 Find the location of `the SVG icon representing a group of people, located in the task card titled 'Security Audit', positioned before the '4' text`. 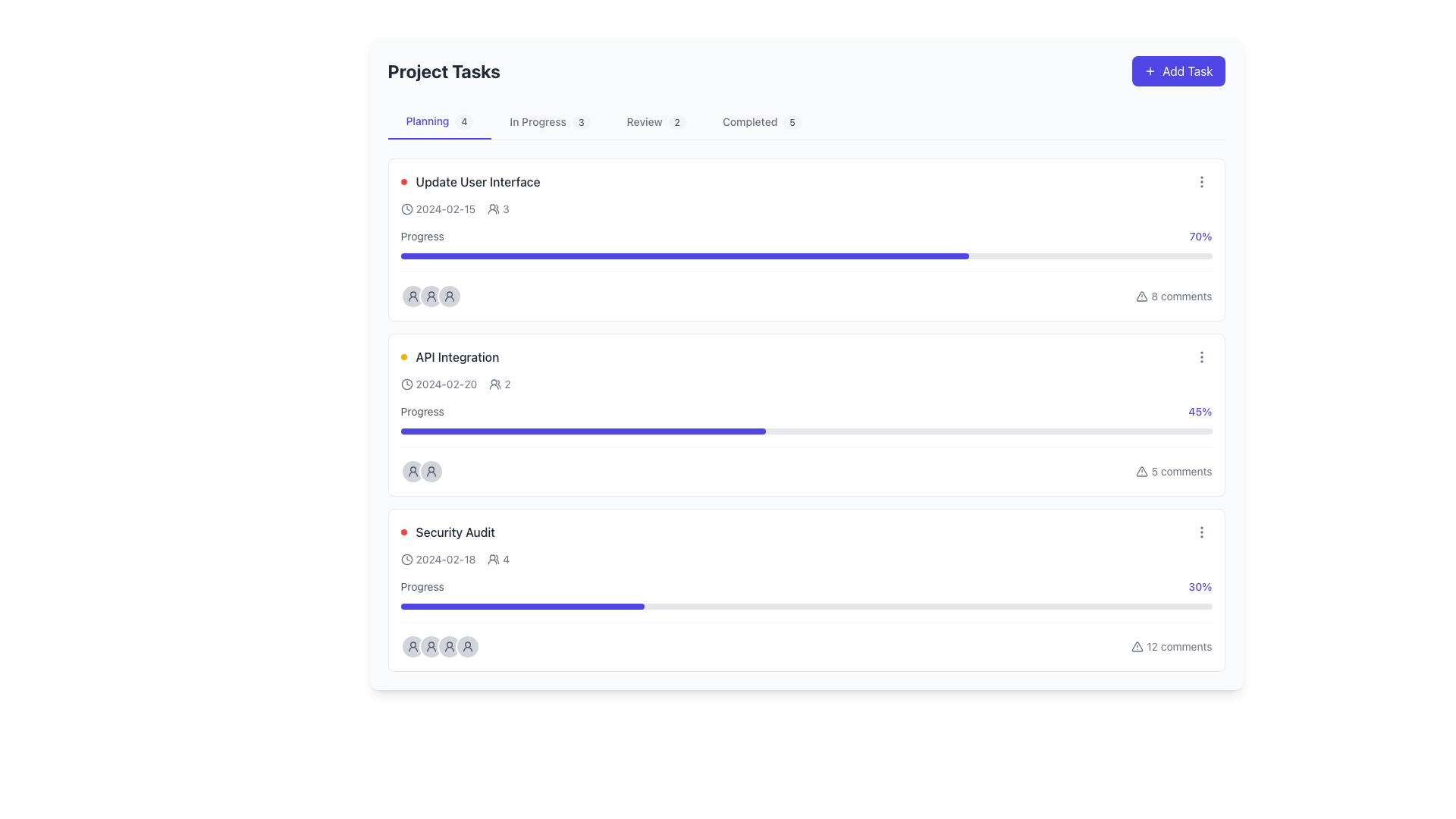

the SVG icon representing a group of people, located in the task card titled 'Security Audit', positioned before the '4' text is located at coordinates (494, 559).